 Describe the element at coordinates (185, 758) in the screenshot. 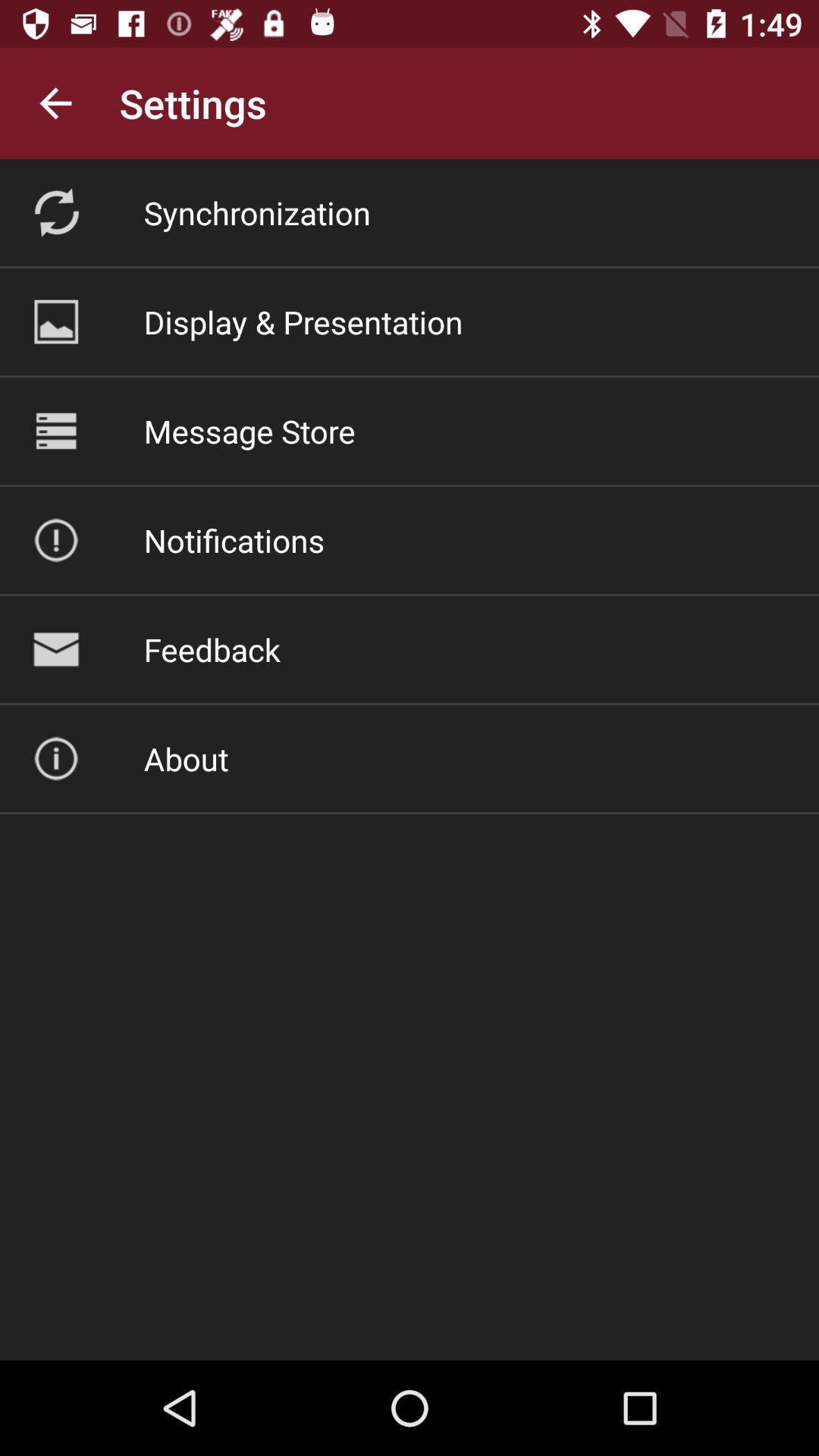

I see `icon below the feedback item` at that location.